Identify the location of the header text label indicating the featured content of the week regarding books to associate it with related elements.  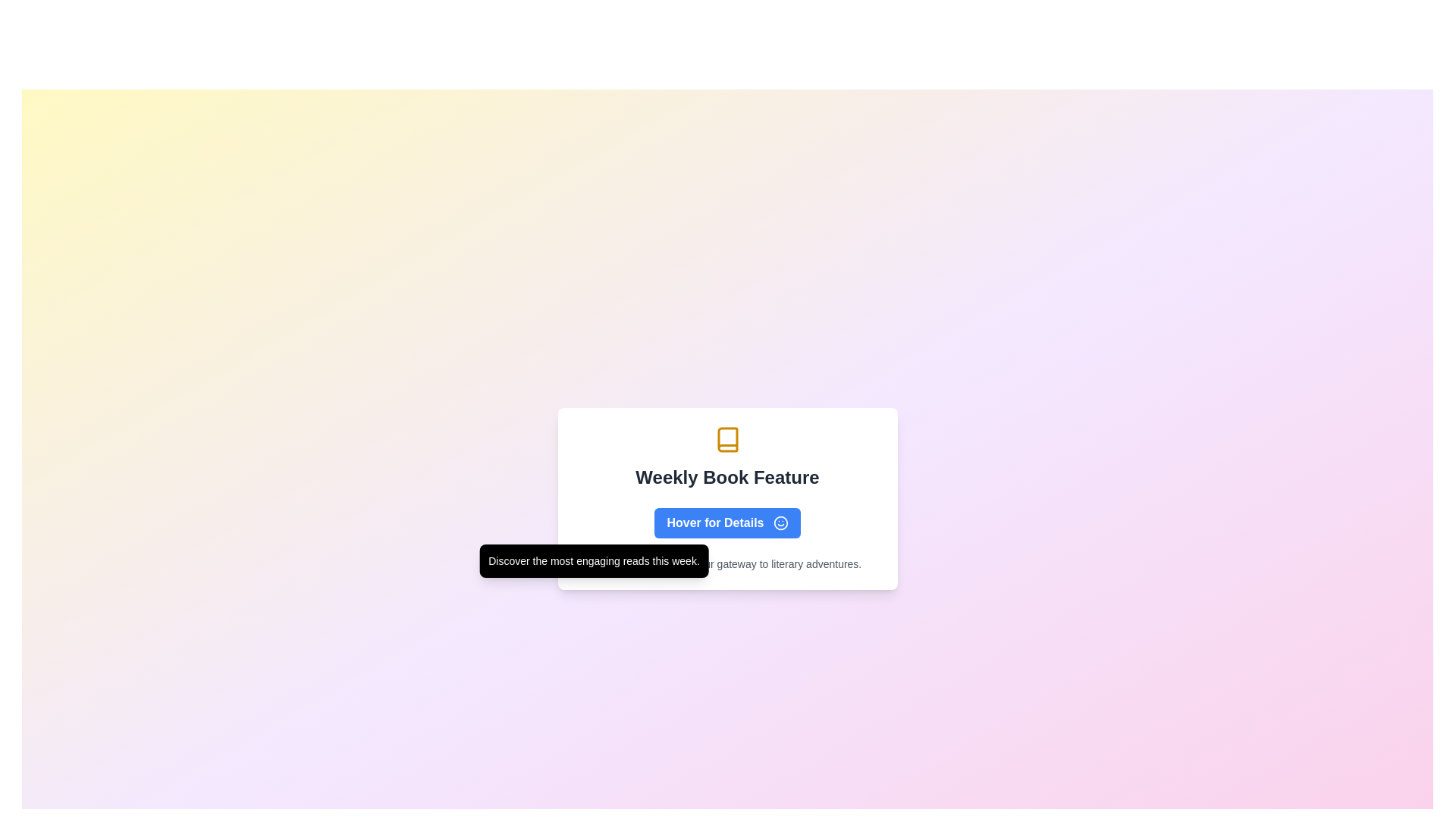
(726, 476).